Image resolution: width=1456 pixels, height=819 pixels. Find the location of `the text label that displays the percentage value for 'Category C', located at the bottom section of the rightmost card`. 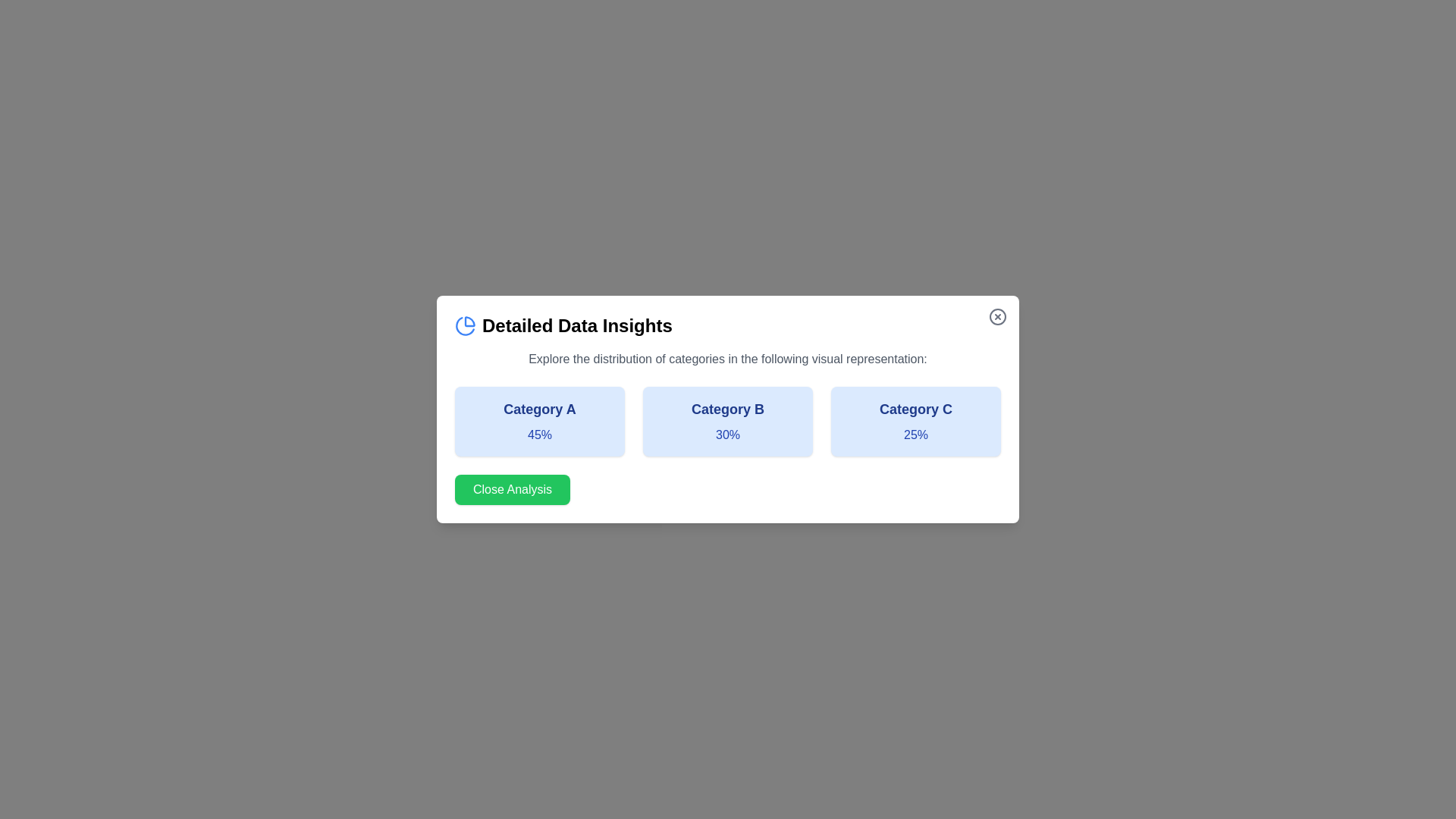

the text label that displays the percentage value for 'Category C', located at the bottom section of the rightmost card is located at coordinates (915, 435).